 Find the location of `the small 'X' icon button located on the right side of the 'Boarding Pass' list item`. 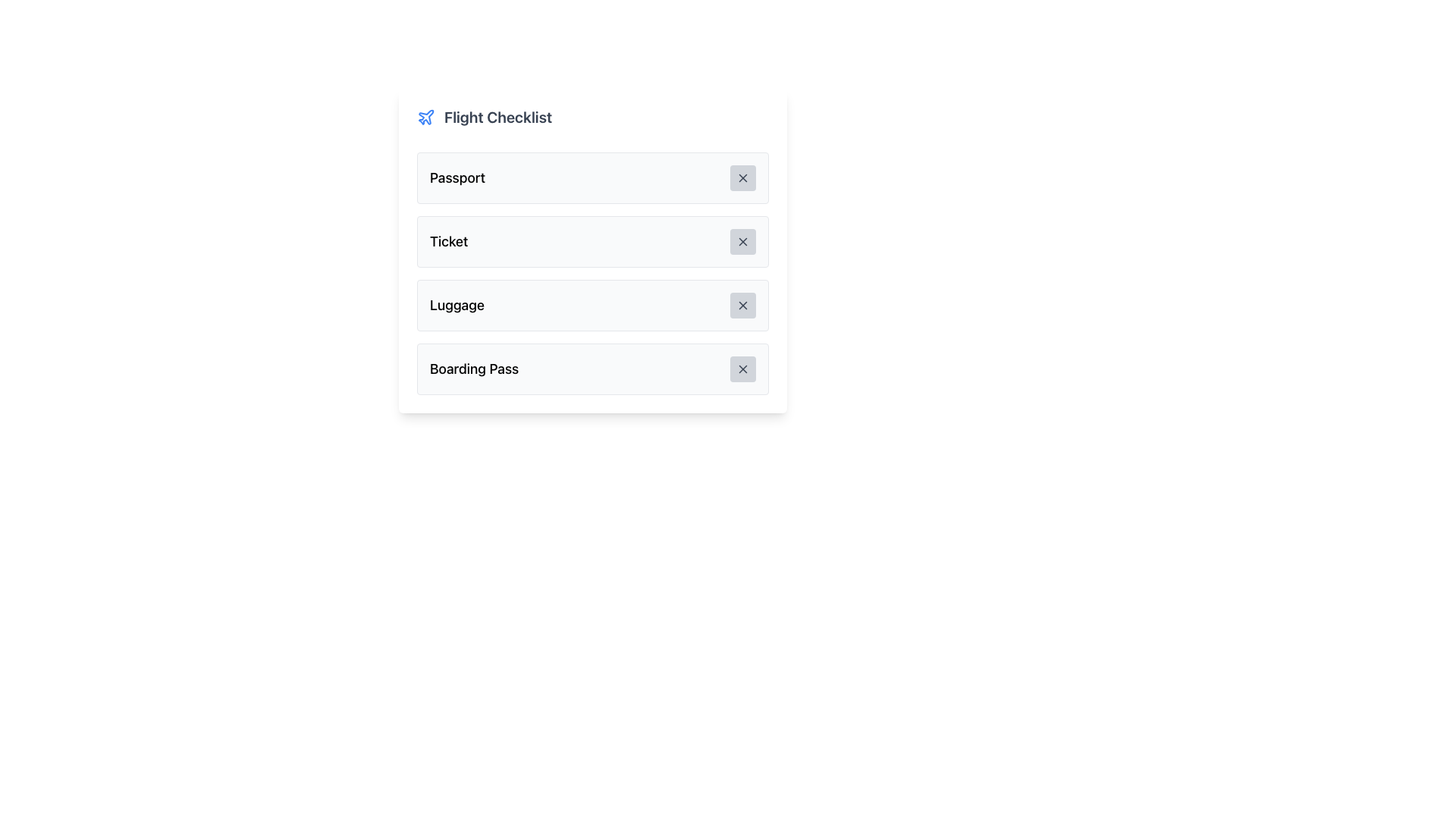

the small 'X' icon button located on the right side of the 'Boarding Pass' list item is located at coordinates (742, 369).